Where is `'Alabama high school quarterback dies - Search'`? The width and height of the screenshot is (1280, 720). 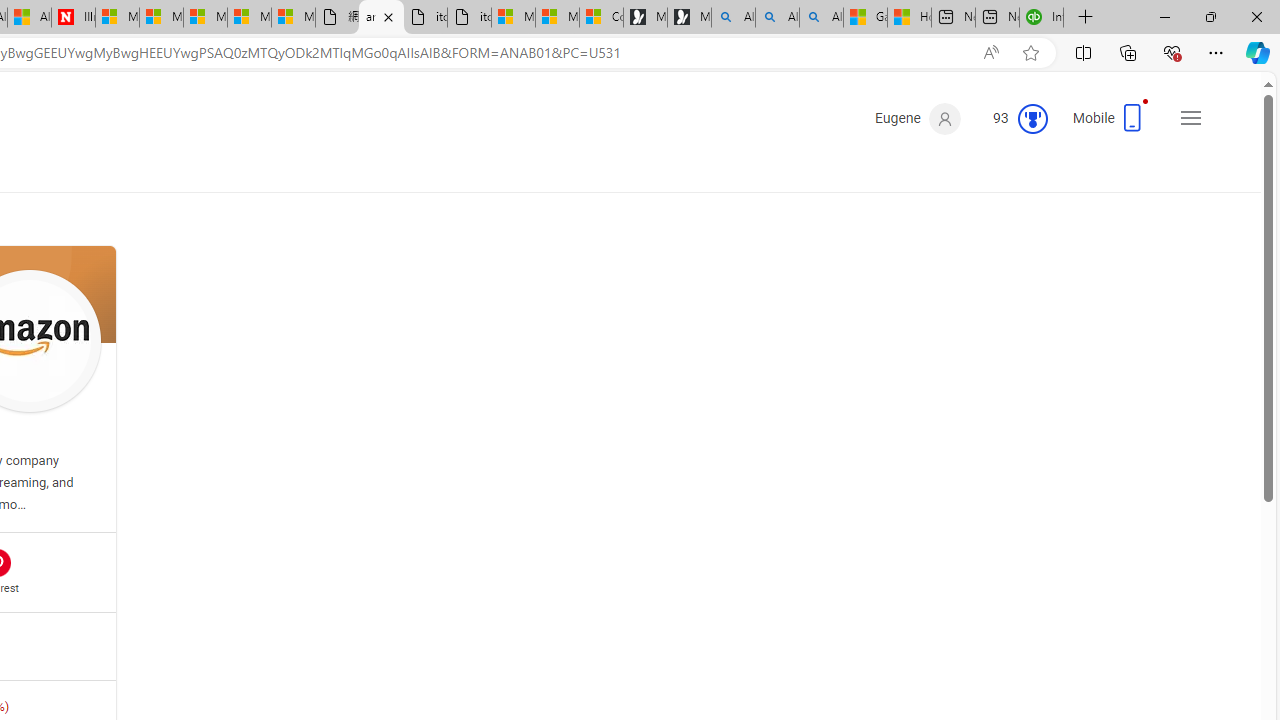 'Alabama high school quarterback dies - Search' is located at coordinates (732, 17).